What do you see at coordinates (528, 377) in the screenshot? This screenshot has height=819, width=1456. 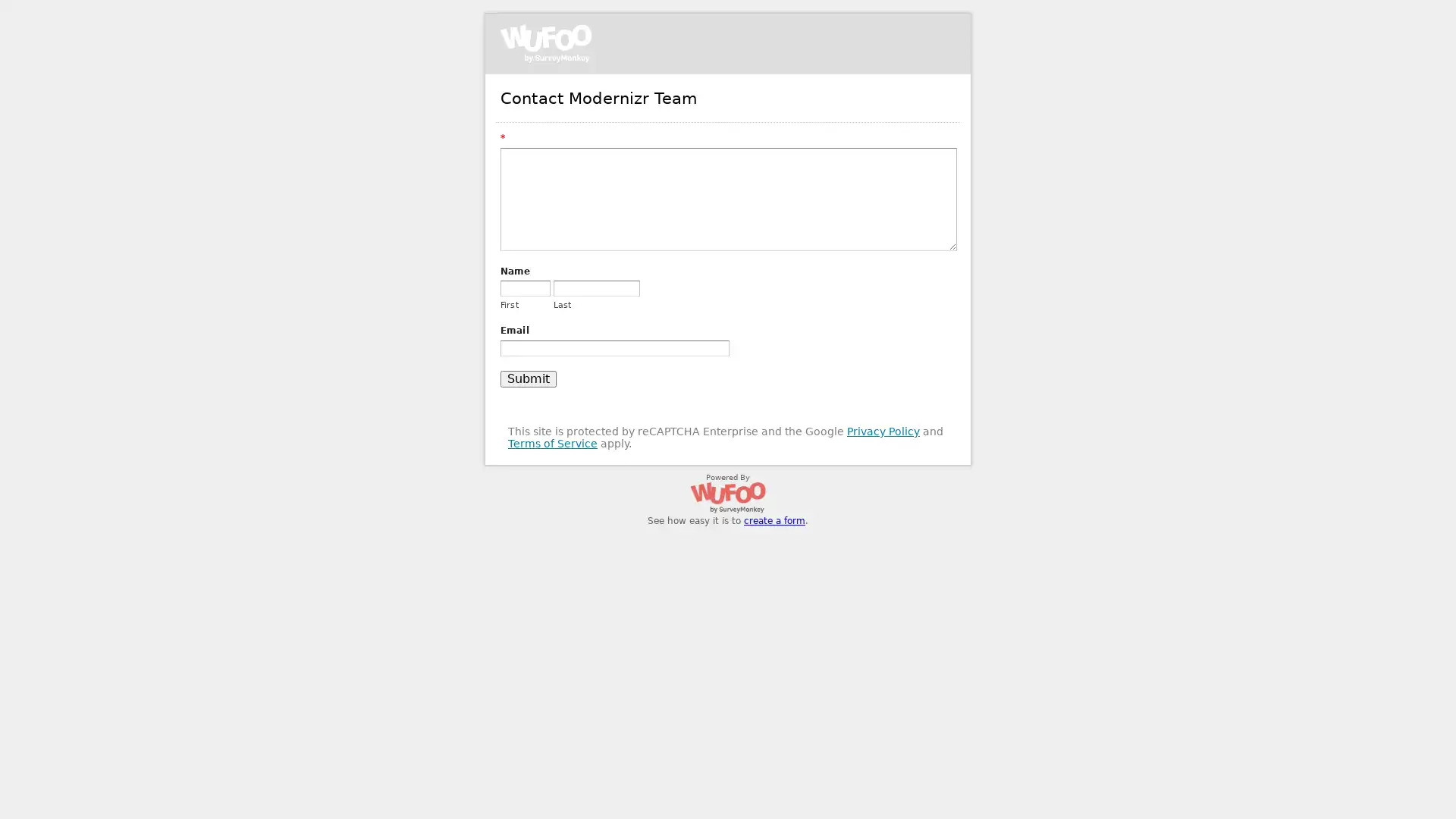 I see `Submit` at bounding box center [528, 377].